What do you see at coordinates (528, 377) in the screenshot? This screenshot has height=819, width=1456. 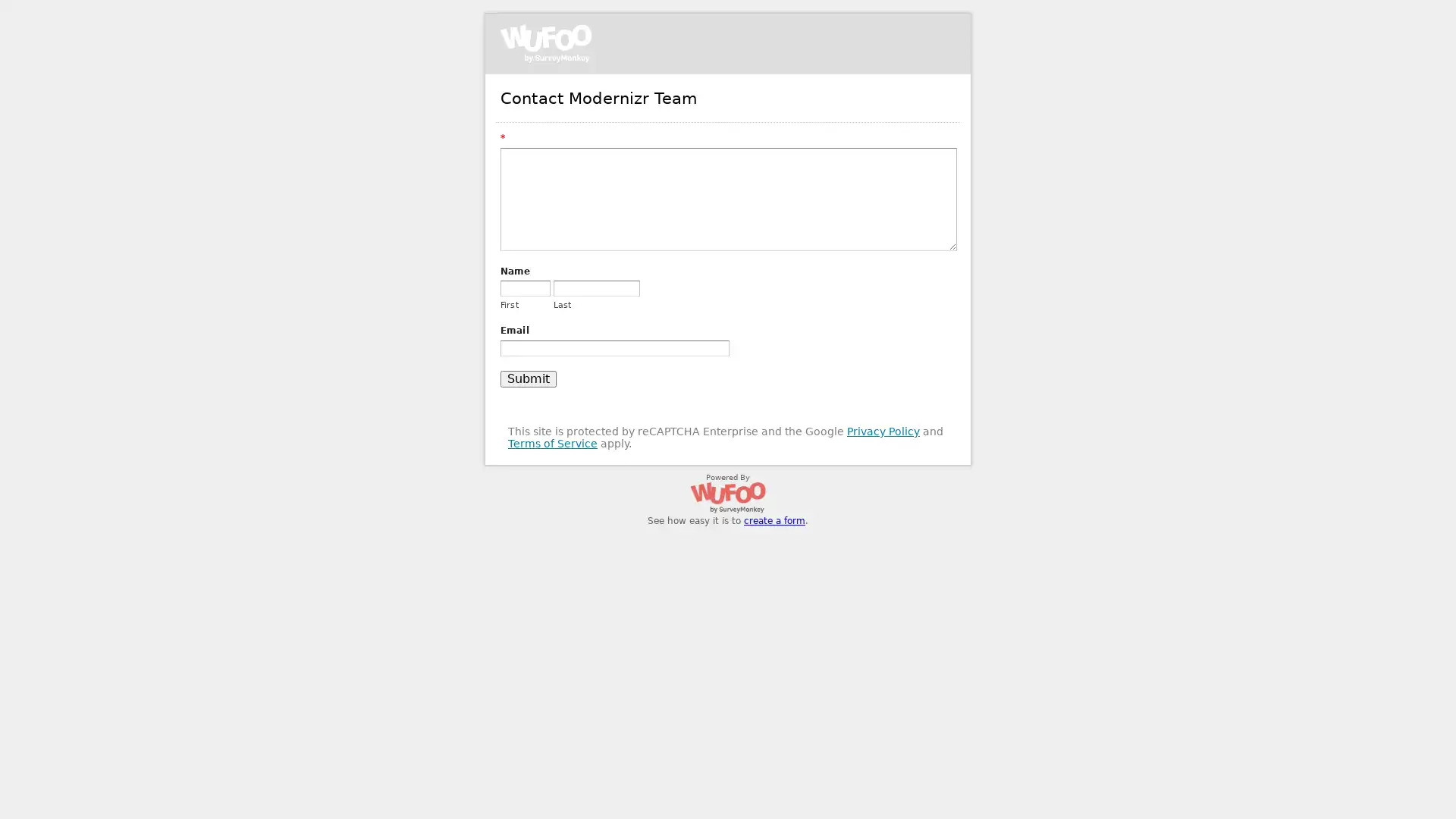 I see `Submit` at bounding box center [528, 377].